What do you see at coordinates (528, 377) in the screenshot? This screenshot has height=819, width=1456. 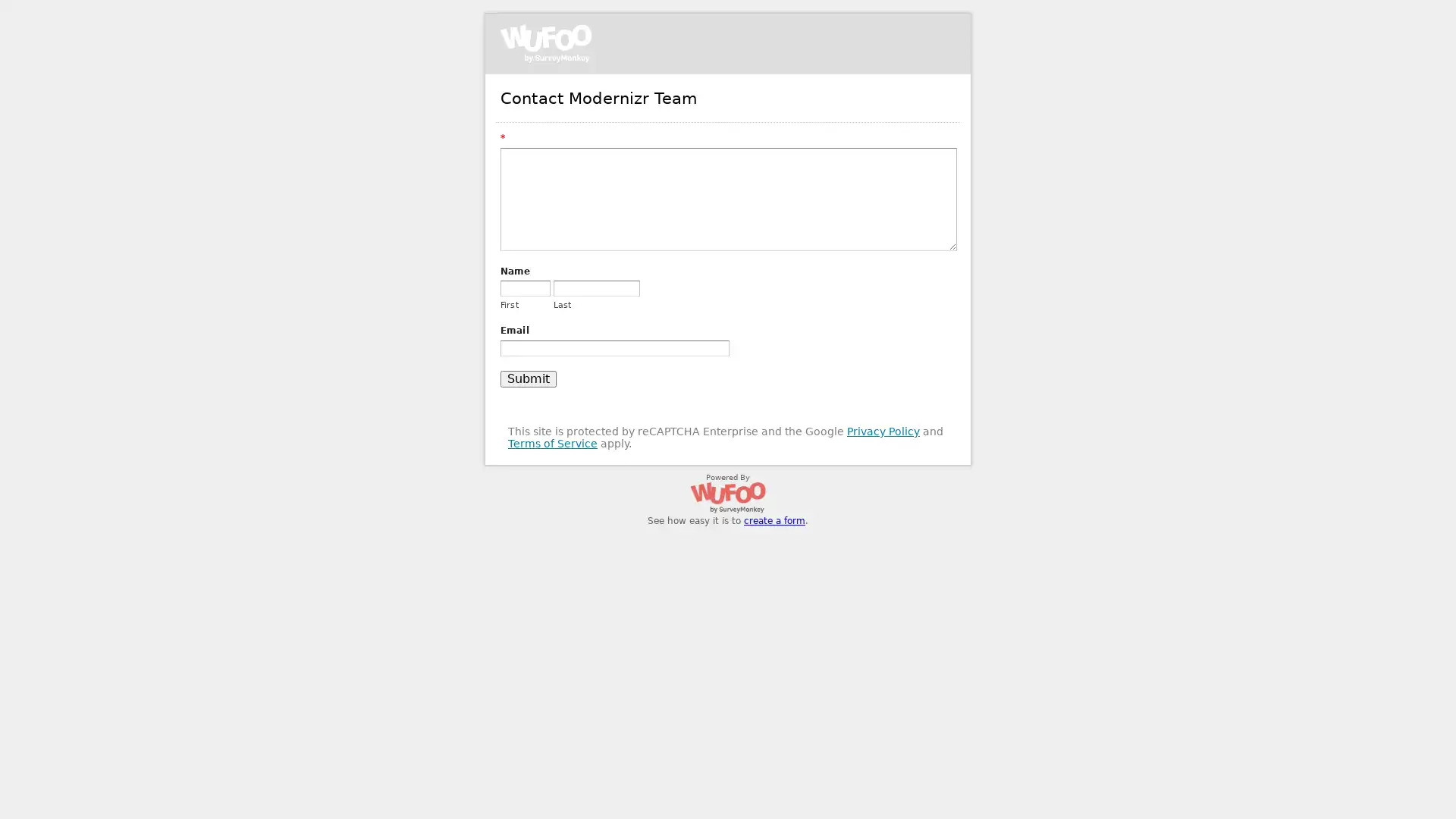 I see `Submit` at bounding box center [528, 377].